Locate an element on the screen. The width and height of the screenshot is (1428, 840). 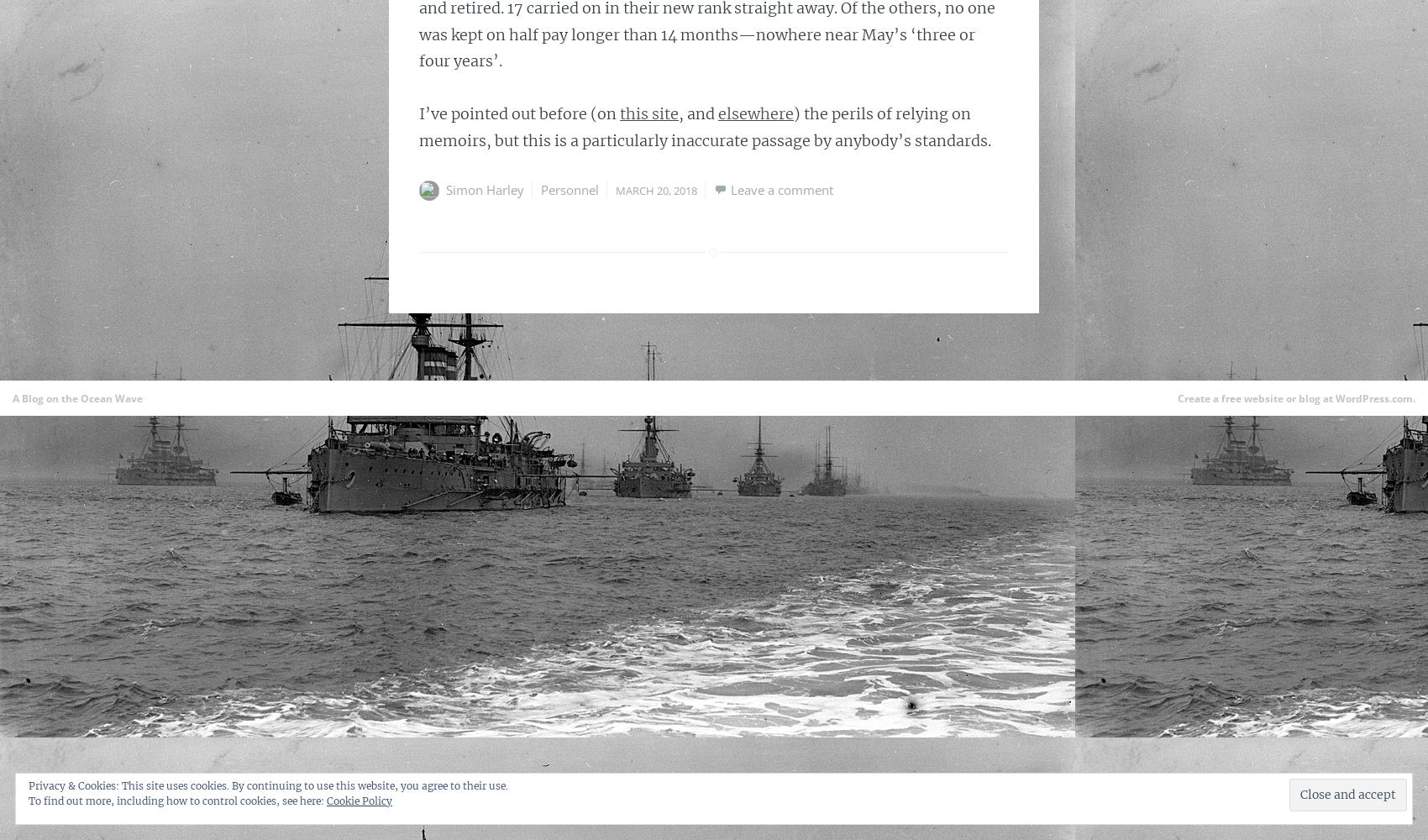
'Create a free website or blog at WordPress.com.' is located at coordinates (1296, 397).